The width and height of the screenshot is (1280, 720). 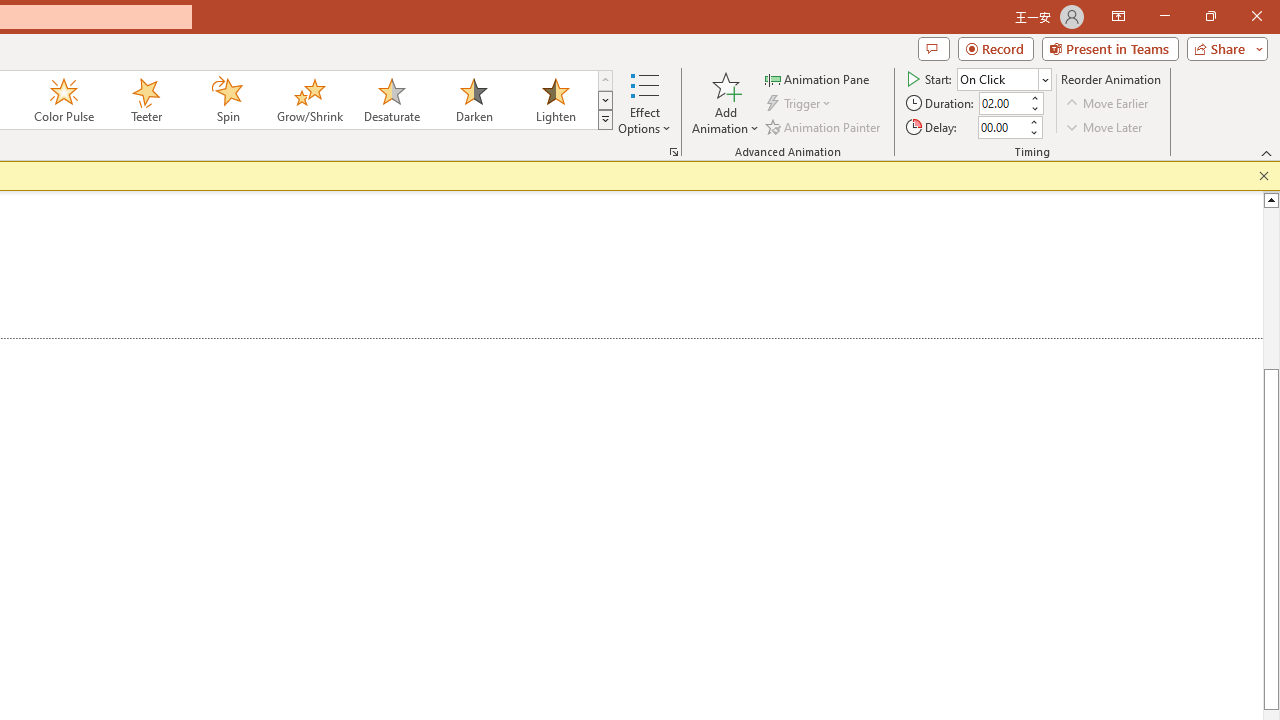 I want to click on 'Lighten', so click(x=555, y=100).